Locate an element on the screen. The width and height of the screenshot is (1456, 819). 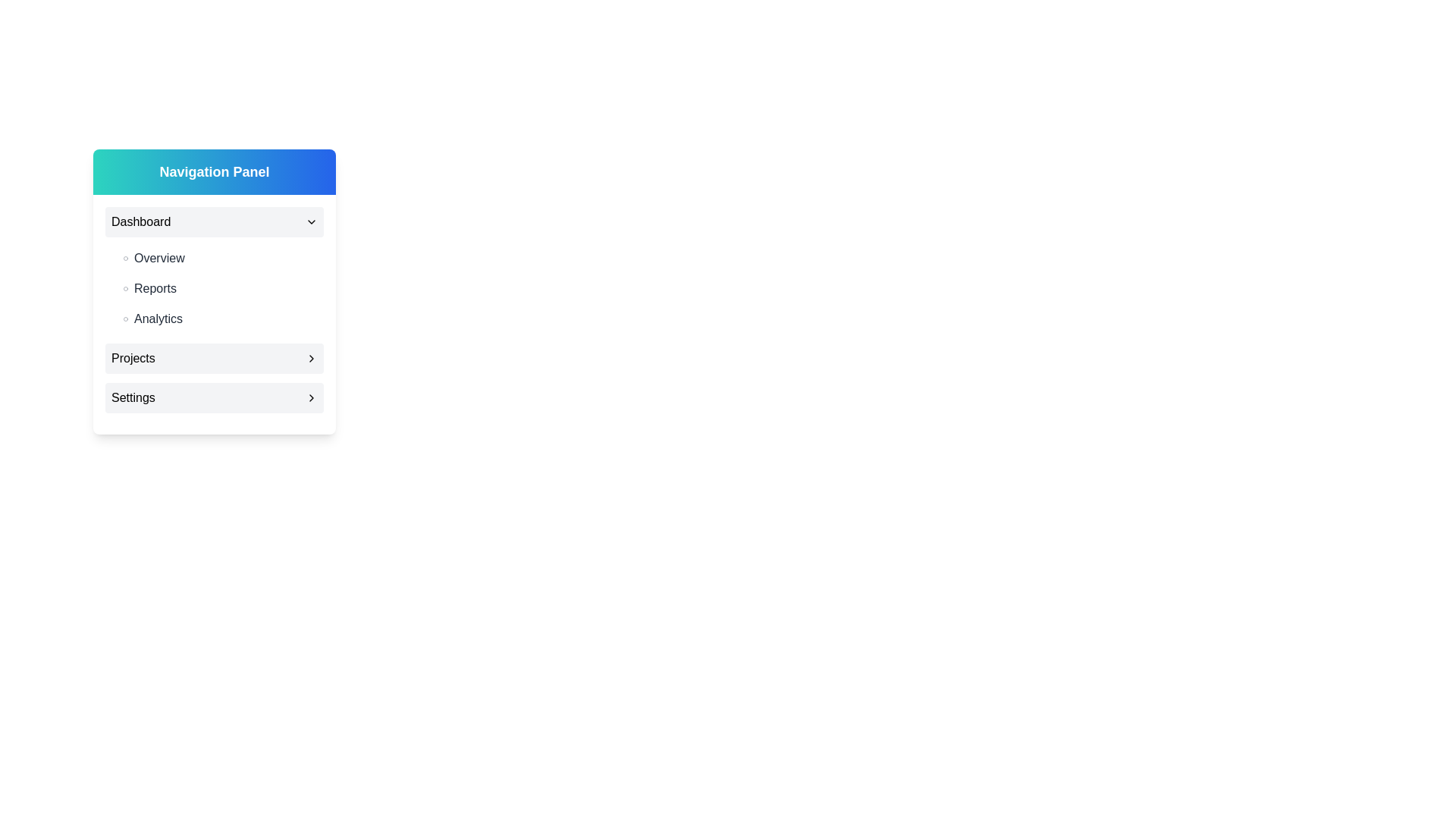
the topmost button in the collapsible navigation menu is located at coordinates (214, 222).